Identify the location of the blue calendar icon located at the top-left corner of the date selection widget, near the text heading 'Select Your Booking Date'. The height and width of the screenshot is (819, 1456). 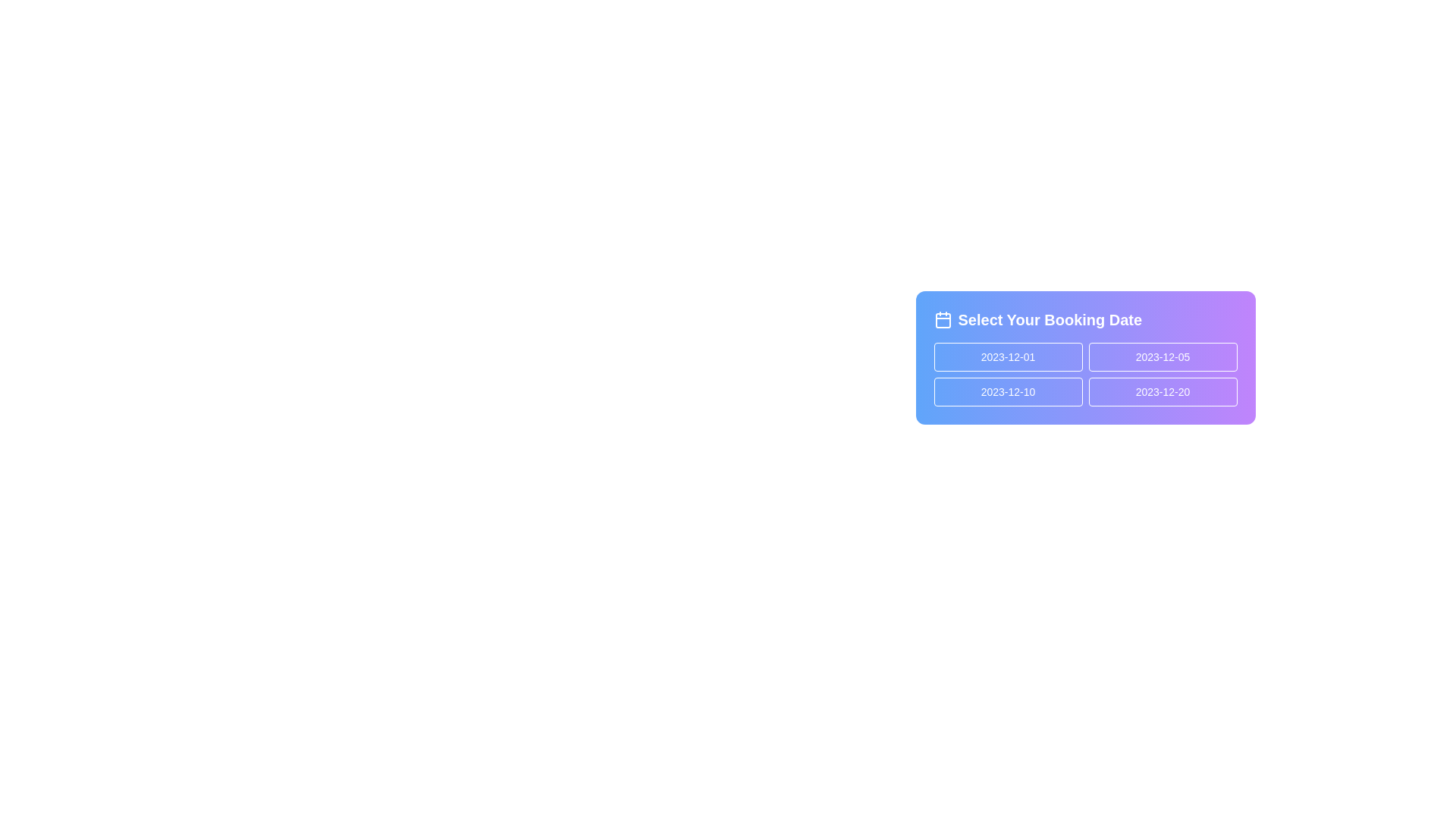
(942, 320).